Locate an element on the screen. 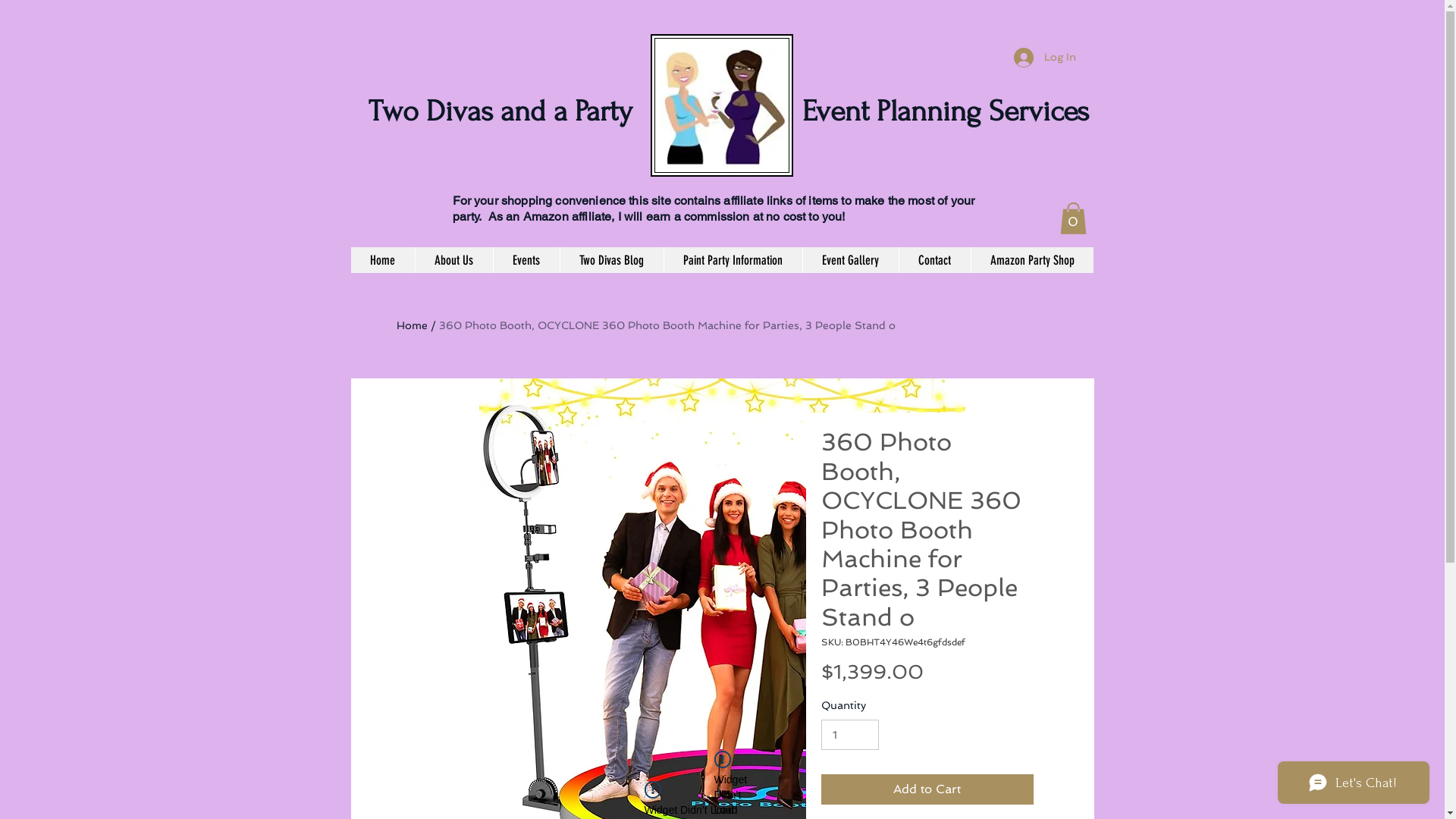 The image size is (1456, 819). 'Events' is located at coordinates (492, 259).